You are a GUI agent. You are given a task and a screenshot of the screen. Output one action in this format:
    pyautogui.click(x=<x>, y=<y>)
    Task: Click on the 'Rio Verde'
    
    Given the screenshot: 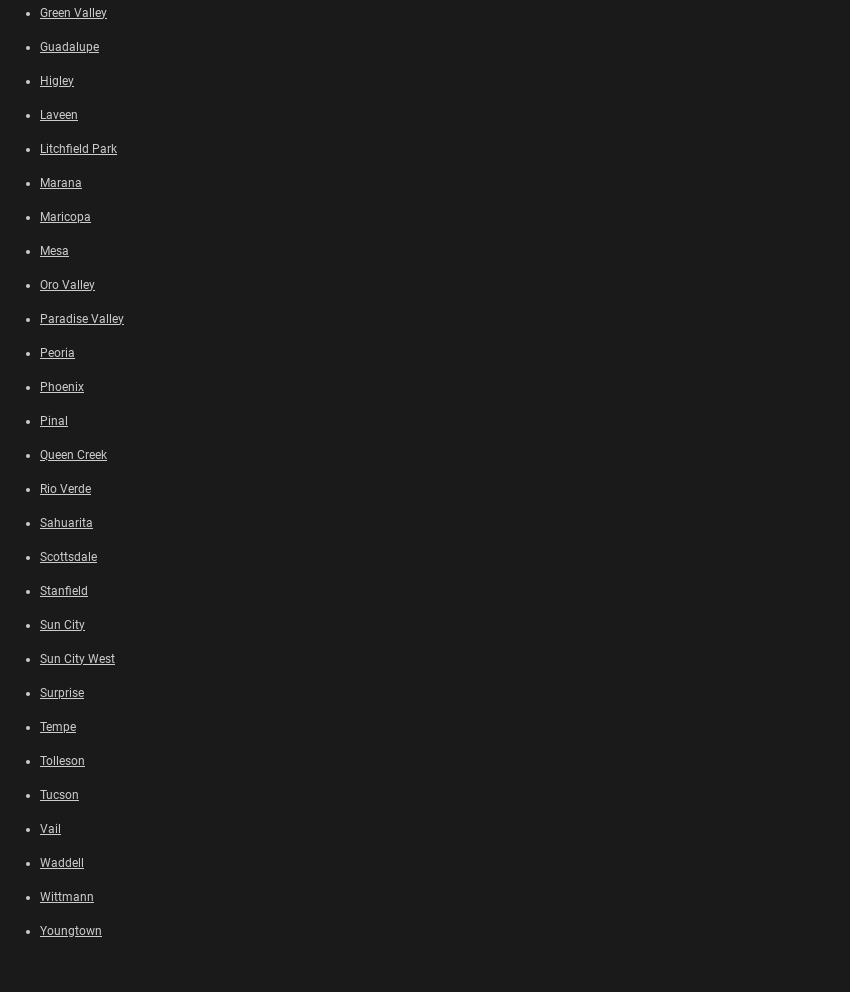 What is the action you would take?
    pyautogui.click(x=65, y=487)
    